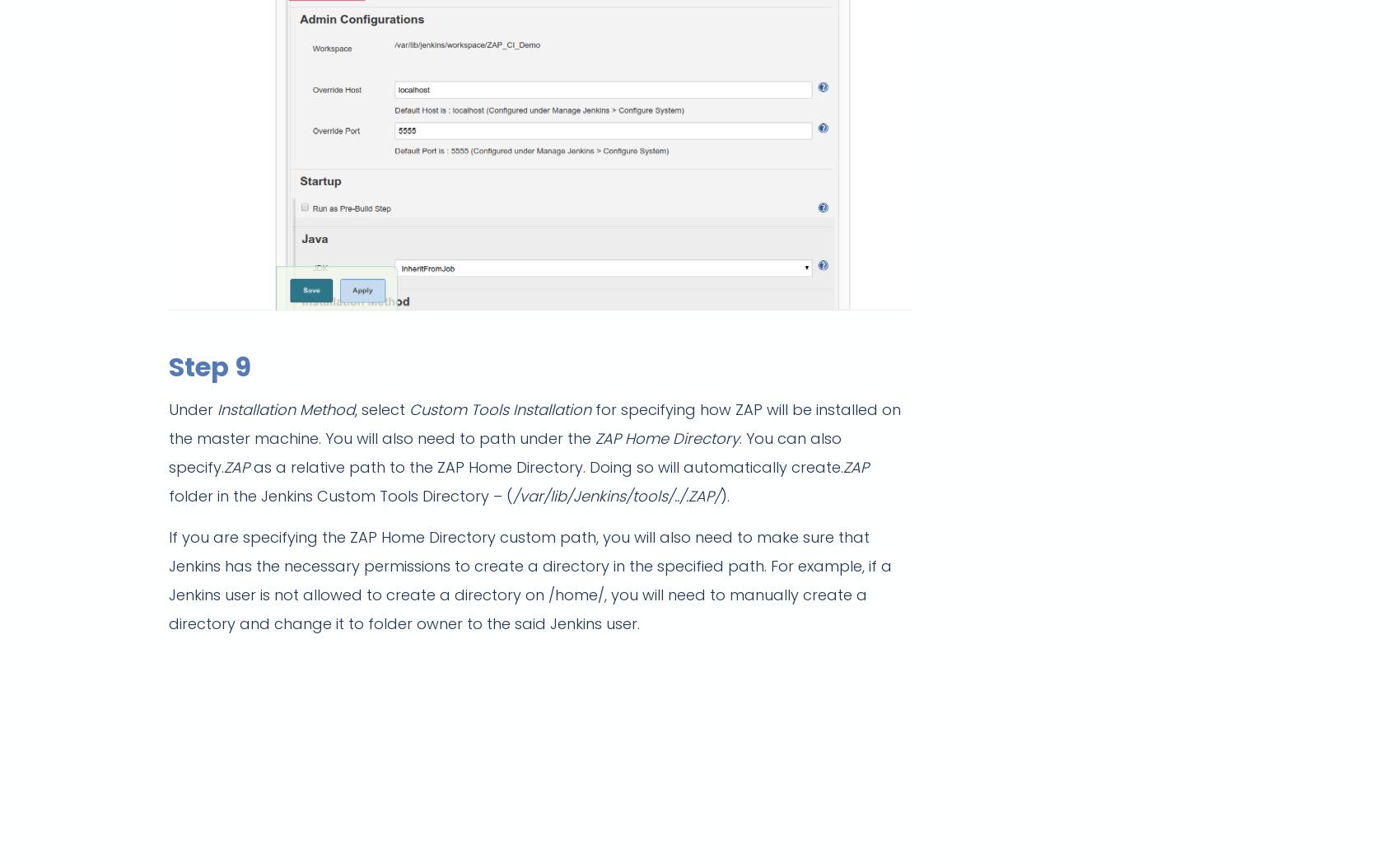 The width and height of the screenshot is (1400, 863). What do you see at coordinates (504, 451) in the screenshot?
I see `'. You can also specify.'` at bounding box center [504, 451].